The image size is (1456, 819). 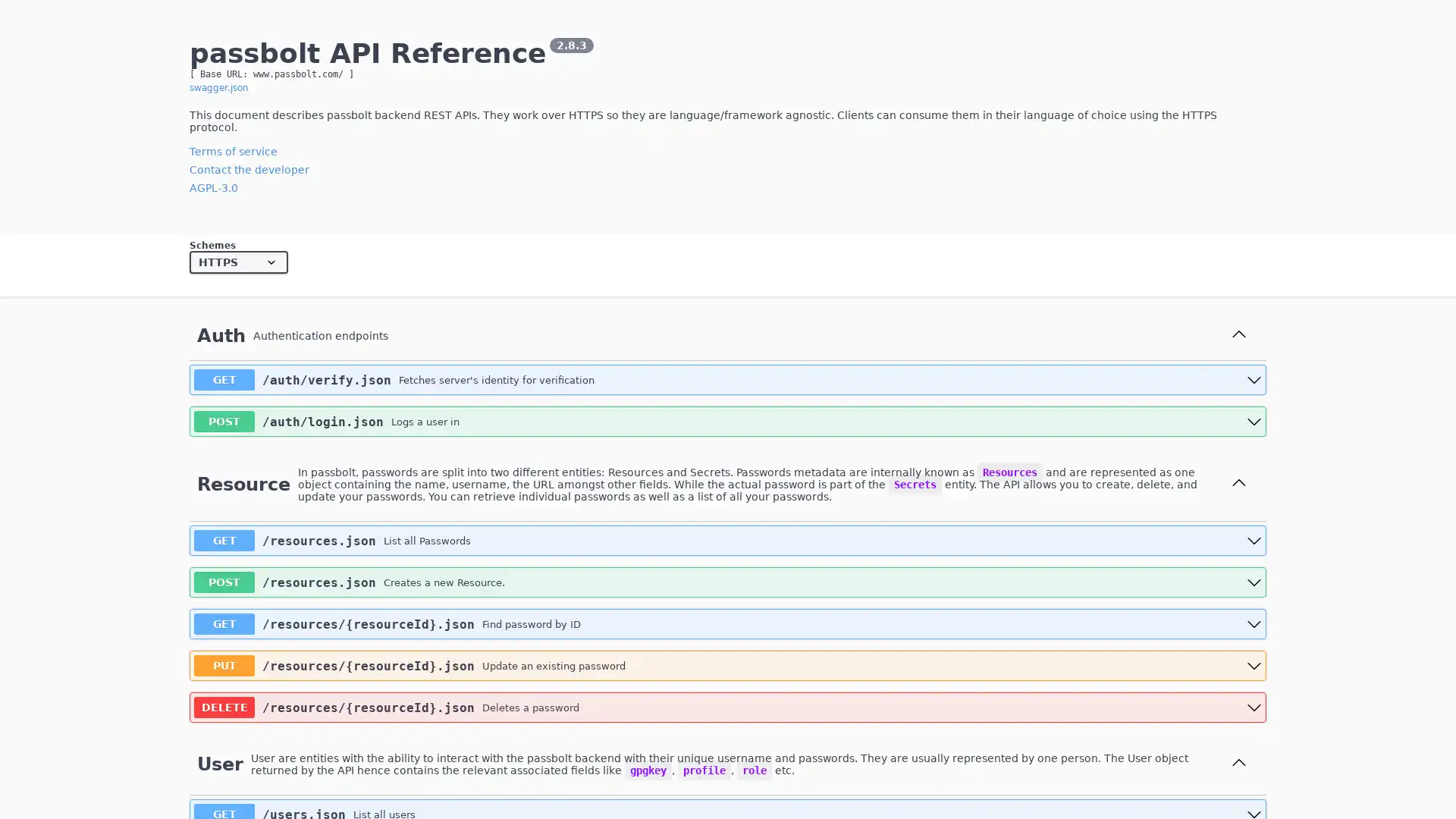 What do you see at coordinates (1238, 484) in the screenshot?
I see `Collapse operation` at bounding box center [1238, 484].